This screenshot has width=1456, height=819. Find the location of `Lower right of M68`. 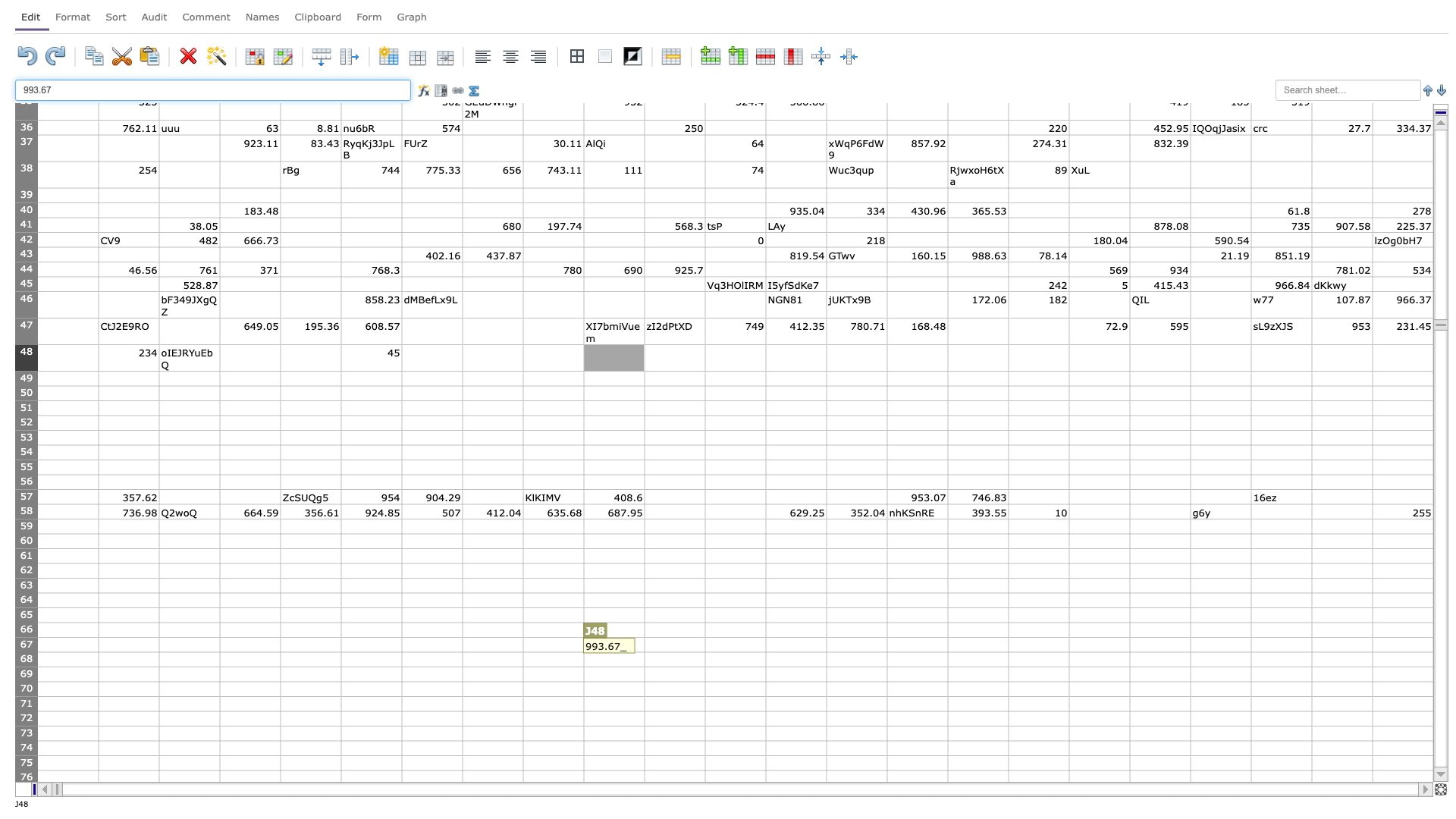

Lower right of M68 is located at coordinates (825, 666).